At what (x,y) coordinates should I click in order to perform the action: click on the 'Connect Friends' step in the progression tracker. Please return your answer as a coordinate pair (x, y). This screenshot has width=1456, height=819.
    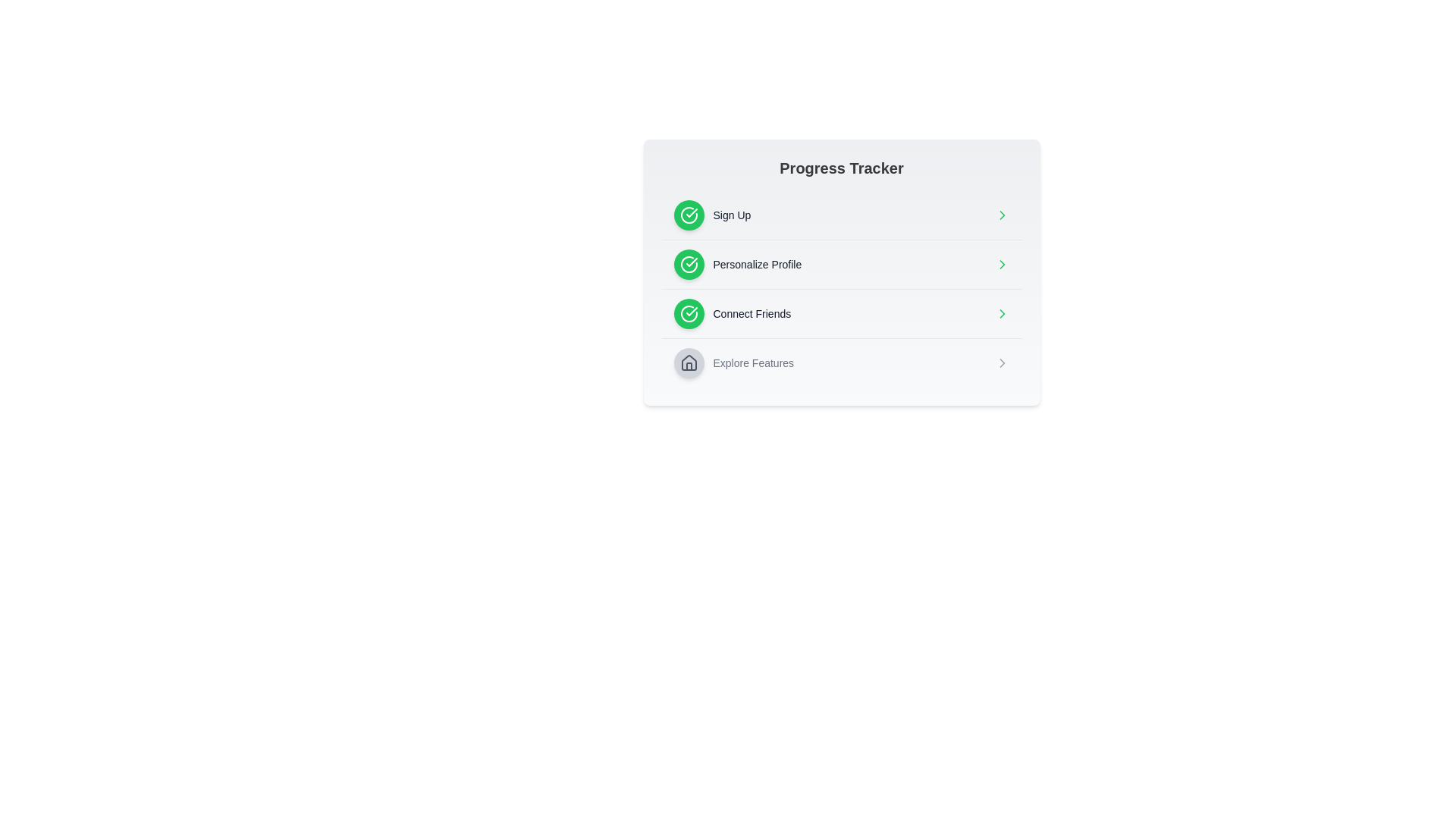
    Looking at the image, I should click on (840, 313).